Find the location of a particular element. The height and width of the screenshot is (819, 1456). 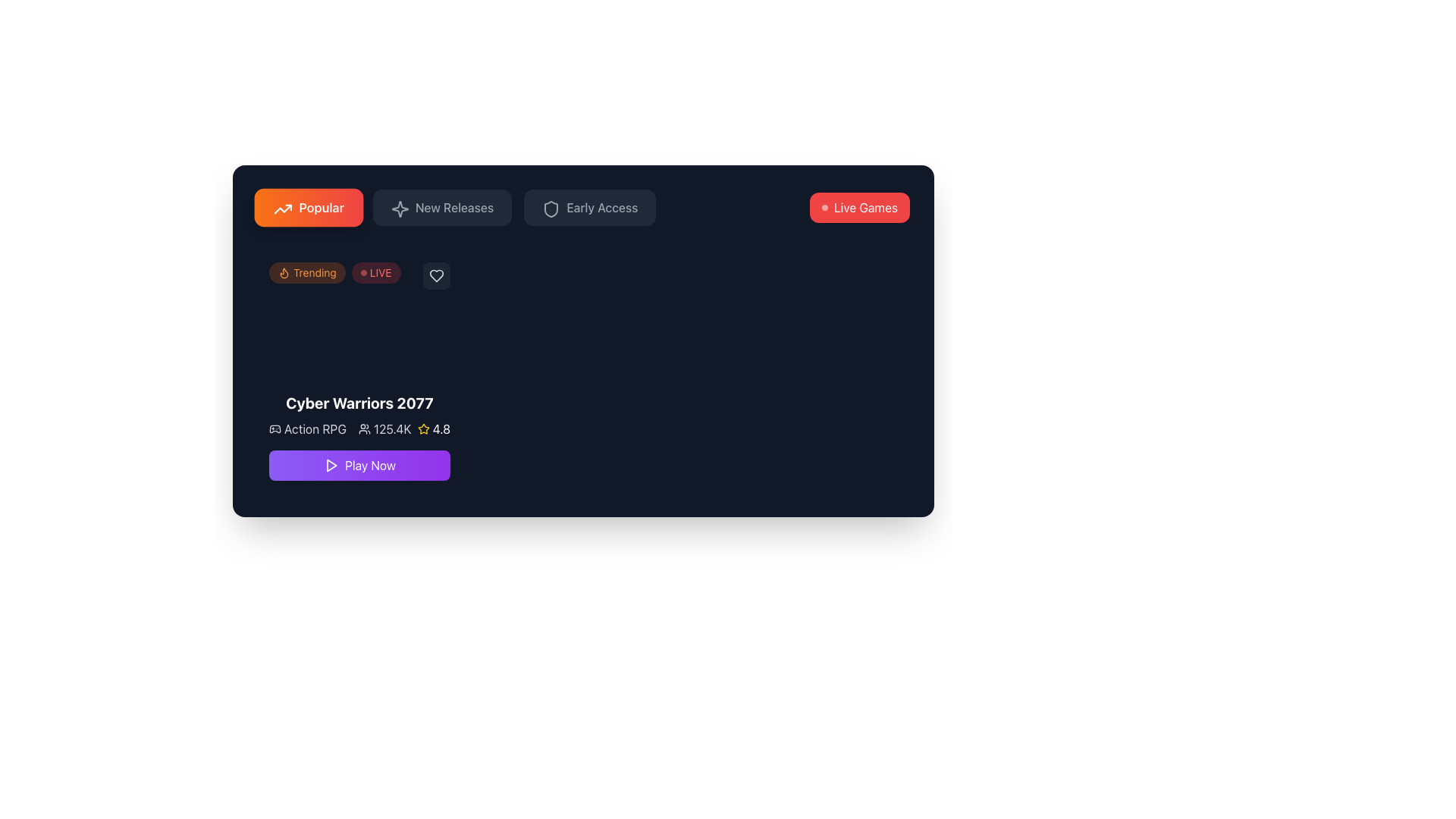

the 'New Releases' button, which is the second button from the left in the upper part of the interface is located at coordinates (441, 207).